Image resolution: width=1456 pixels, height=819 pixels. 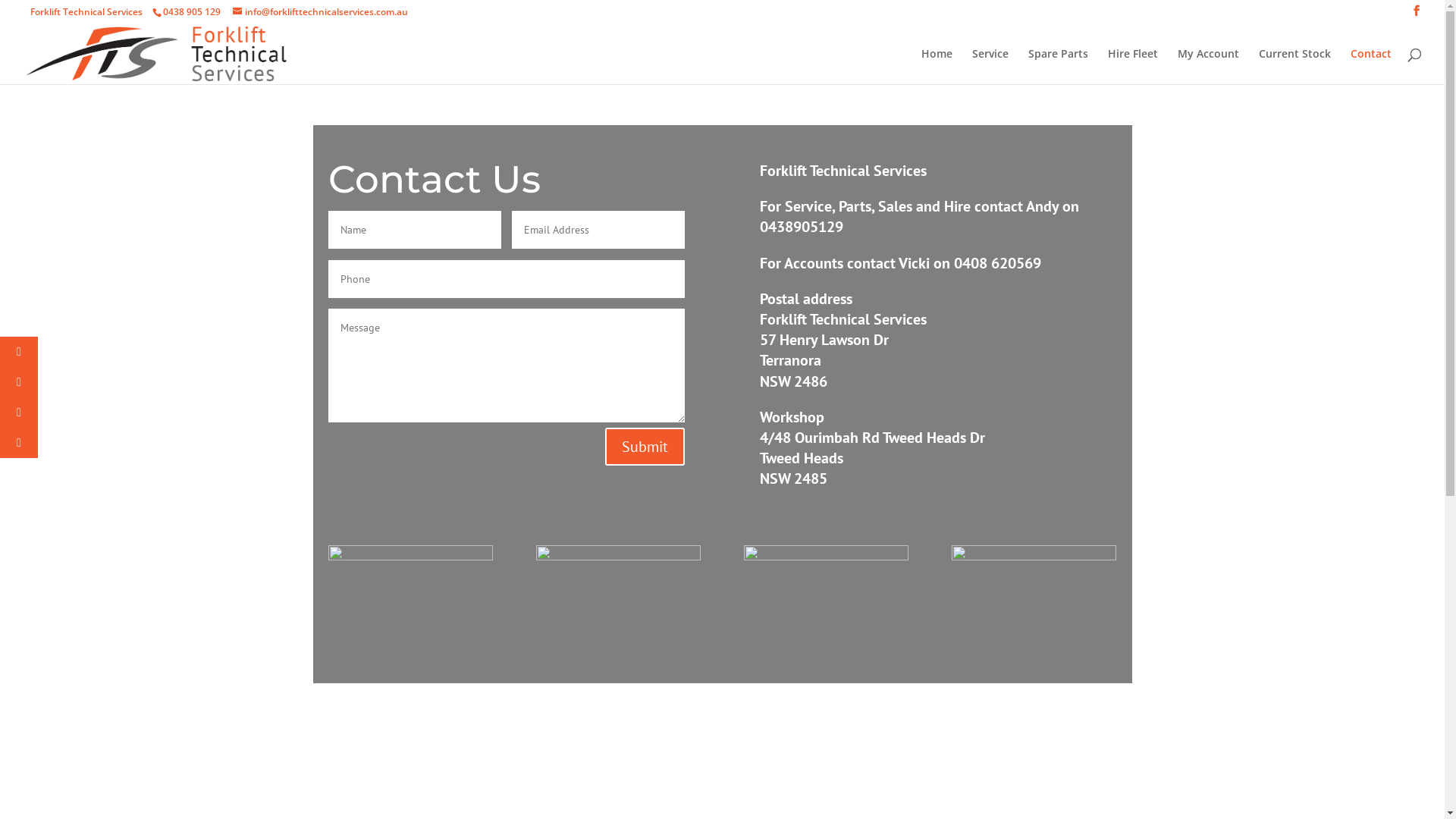 I want to click on 'Hire Fleet', so click(x=1132, y=65).